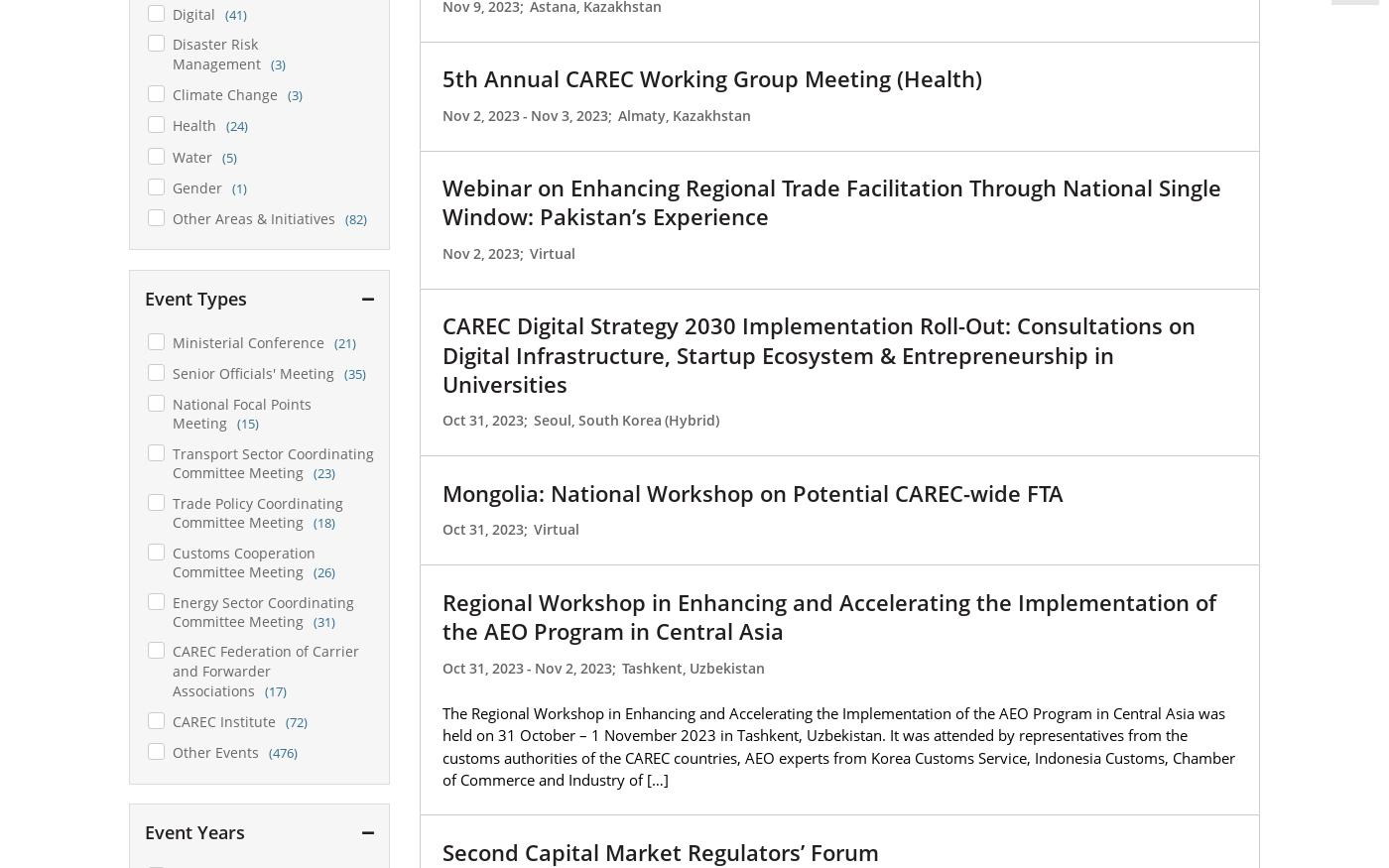  What do you see at coordinates (272, 462) in the screenshot?
I see `'Transport Sector Coordinating Committee Meeting'` at bounding box center [272, 462].